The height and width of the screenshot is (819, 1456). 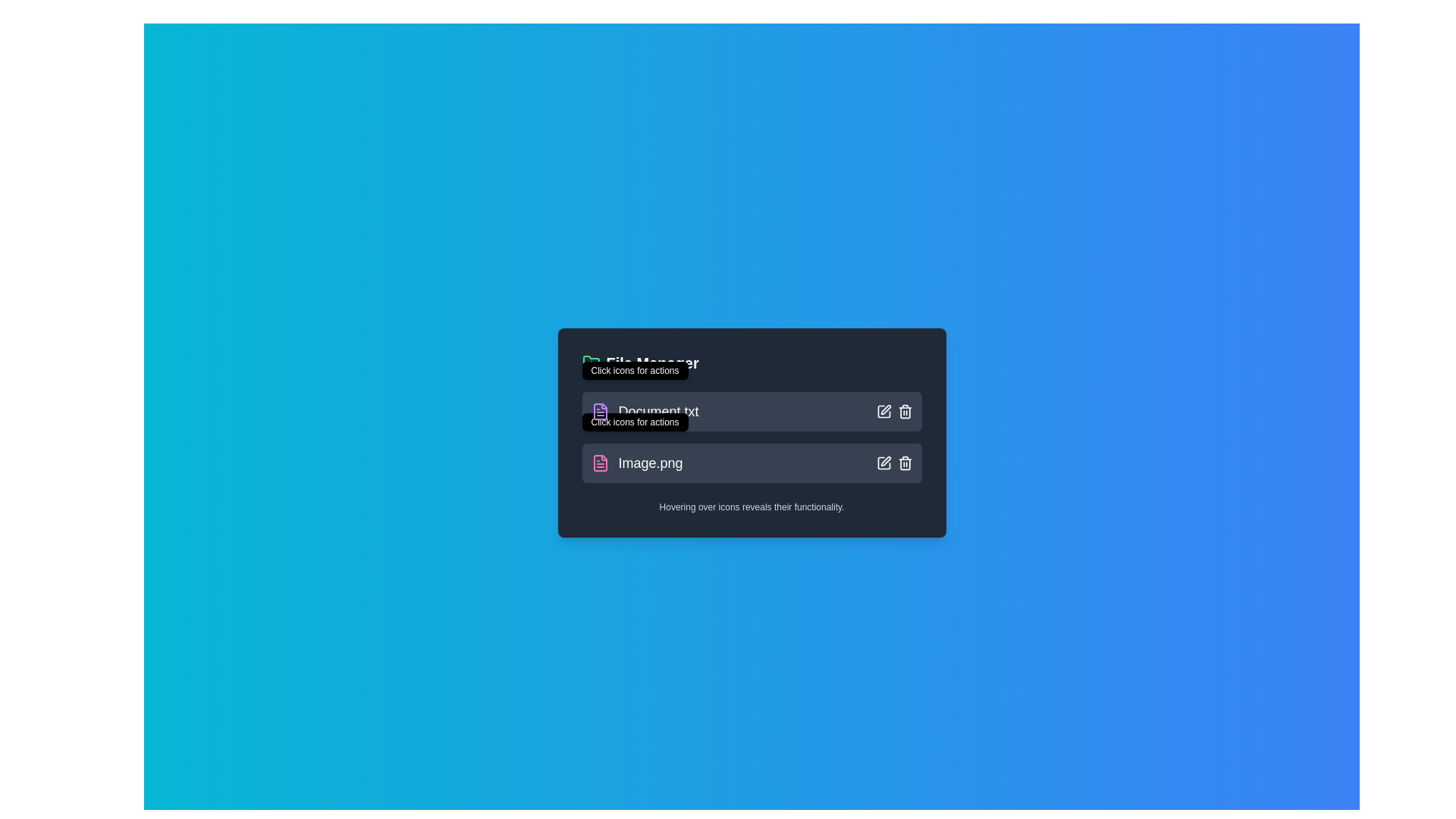 I want to click on the edit icon button located in the top-right corner of the file entry labeled 'Image.png' to initiate editing, so click(x=883, y=462).